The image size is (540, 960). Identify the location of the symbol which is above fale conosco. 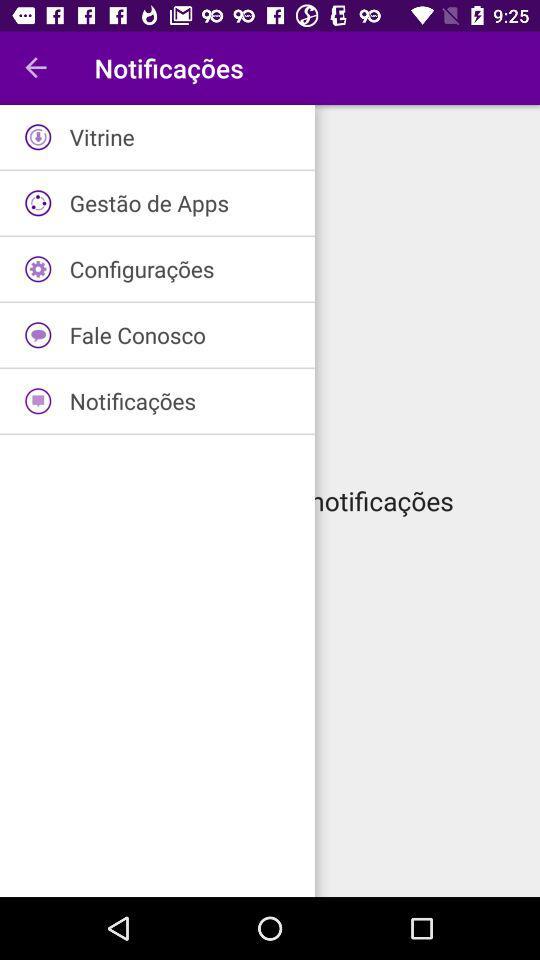
(38, 268).